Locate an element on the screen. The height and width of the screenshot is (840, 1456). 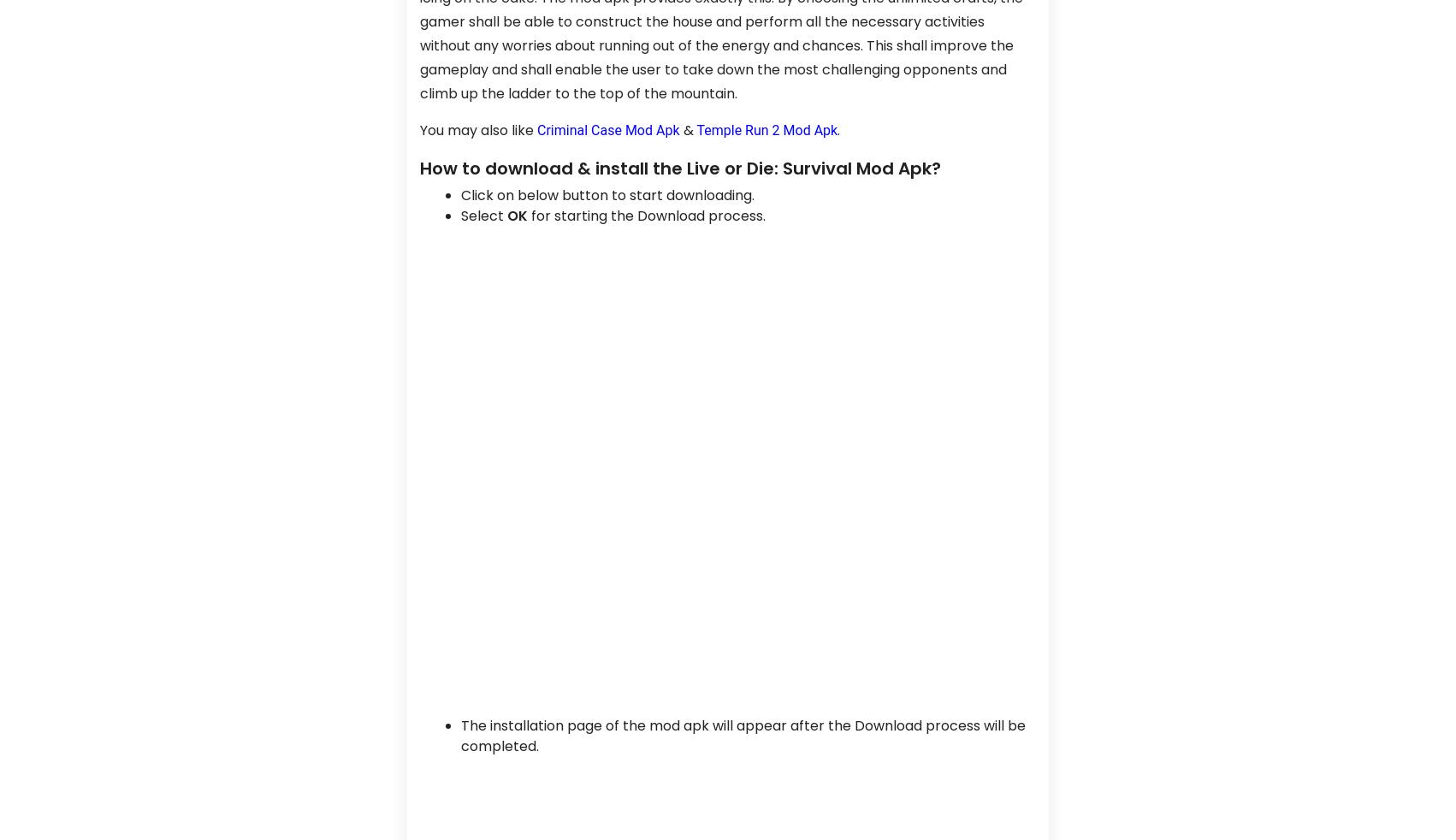
'&' is located at coordinates (687, 128).